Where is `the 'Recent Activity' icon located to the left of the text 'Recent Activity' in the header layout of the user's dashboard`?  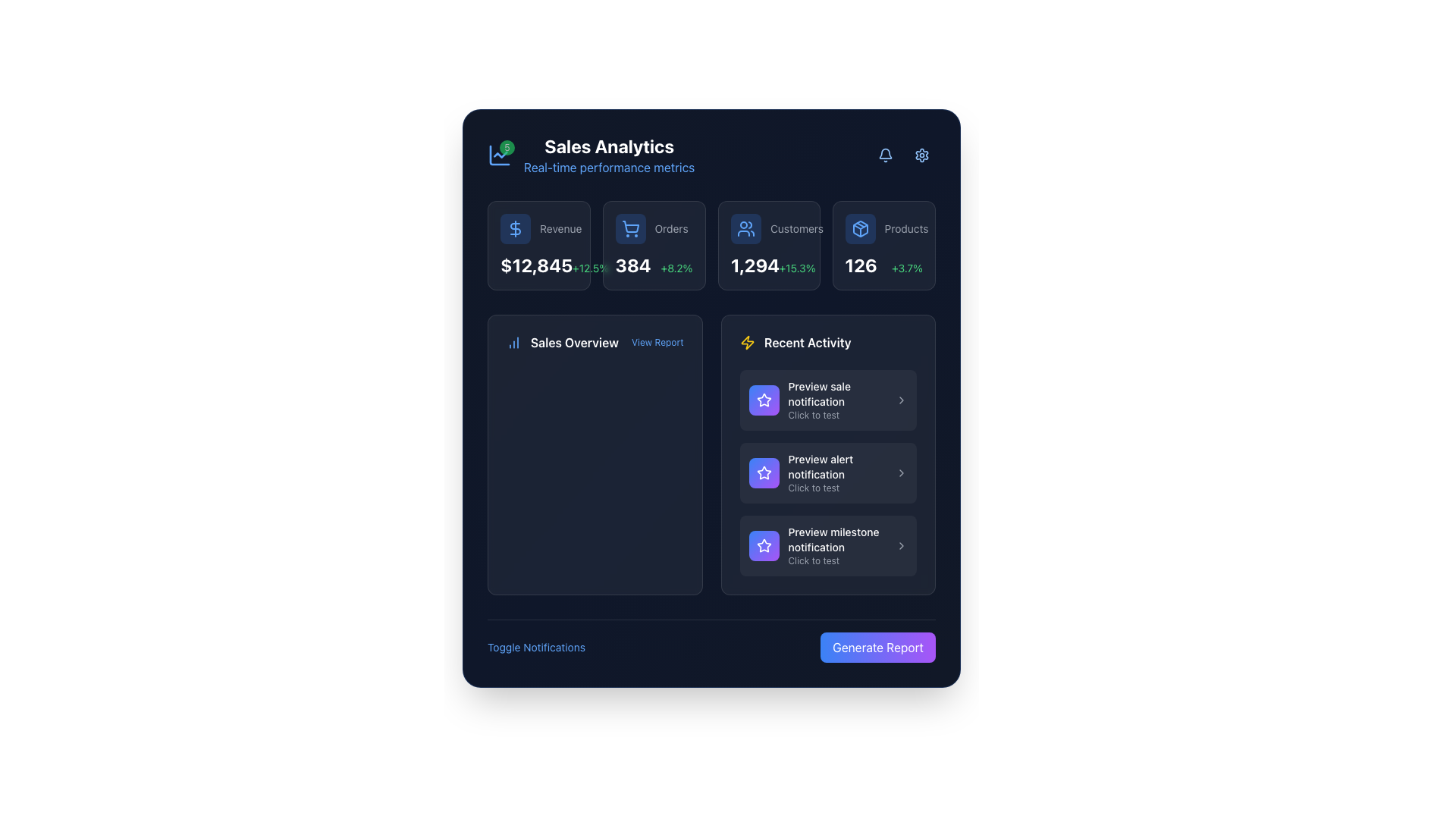
the 'Recent Activity' icon located to the left of the text 'Recent Activity' in the header layout of the user's dashboard is located at coordinates (747, 342).